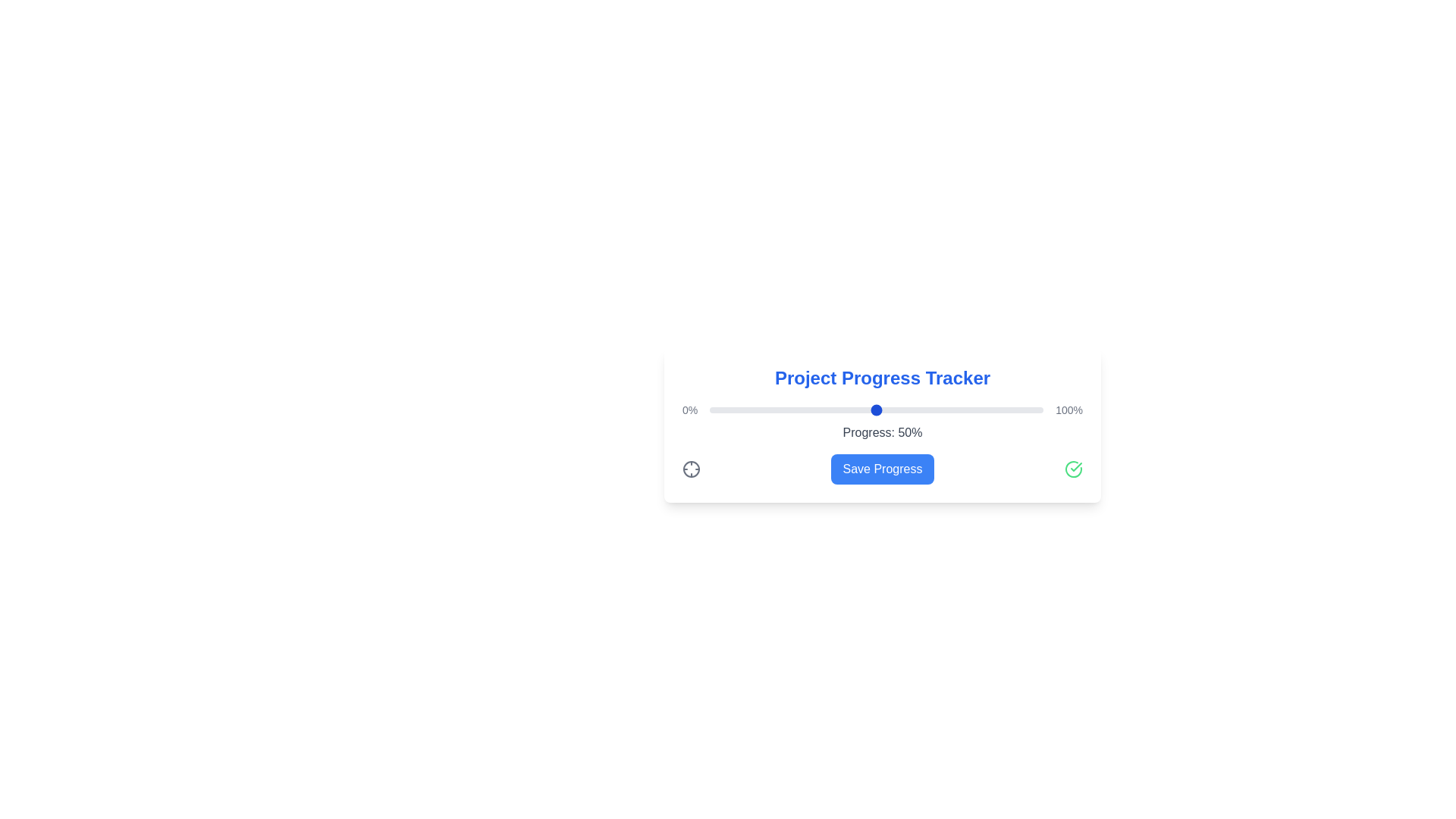 Image resolution: width=1456 pixels, height=819 pixels. What do you see at coordinates (926, 409) in the screenshot?
I see `the slider to set the progress value to 65` at bounding box center [926, 409].